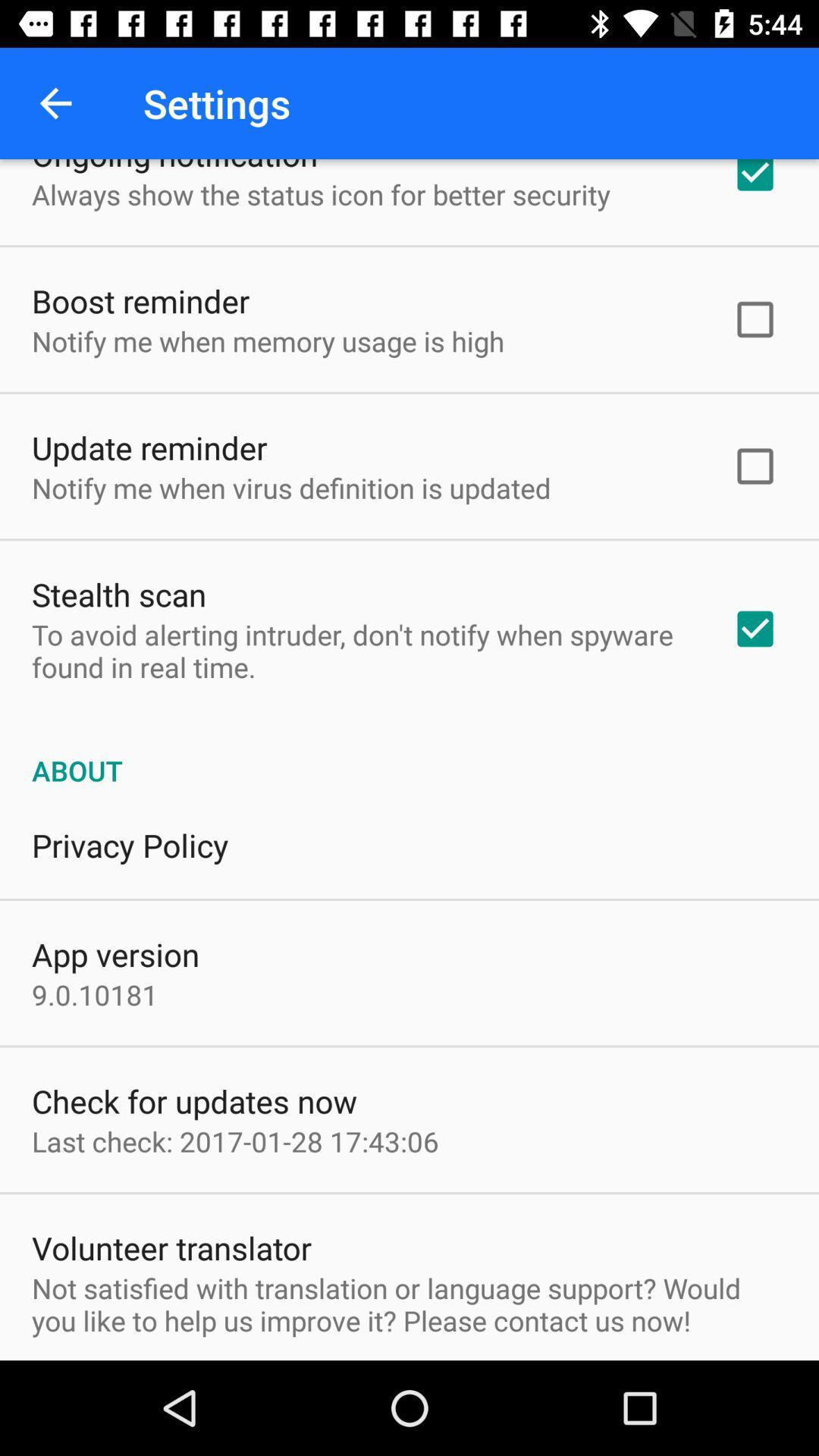 The width and height of the screenshot is (819, 1456). What do you see at coordinates (320, 193) in the screenshot?
I see `the always show the item` at bounding box center [320, 193].